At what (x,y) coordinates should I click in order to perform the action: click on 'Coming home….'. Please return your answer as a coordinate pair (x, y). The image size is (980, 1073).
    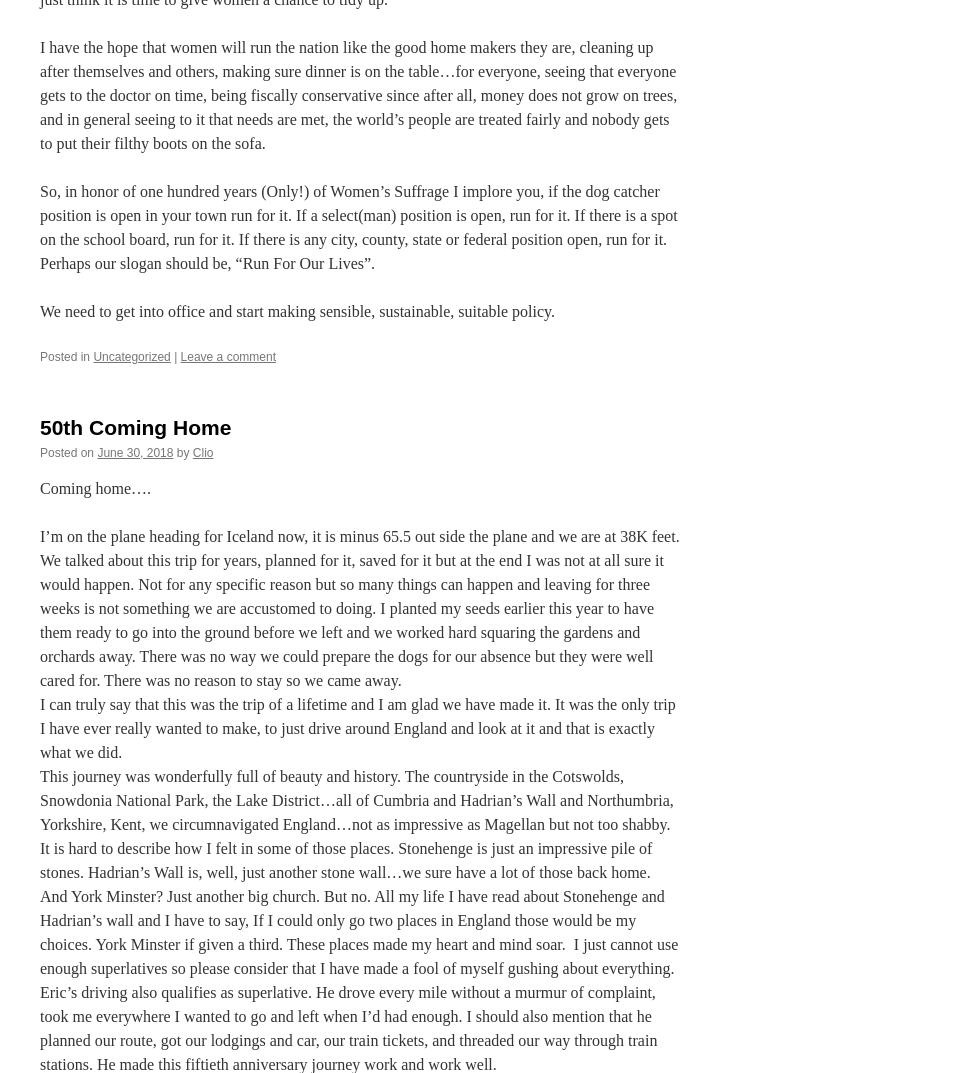
    Looking at the image, I should click on (95, 486).